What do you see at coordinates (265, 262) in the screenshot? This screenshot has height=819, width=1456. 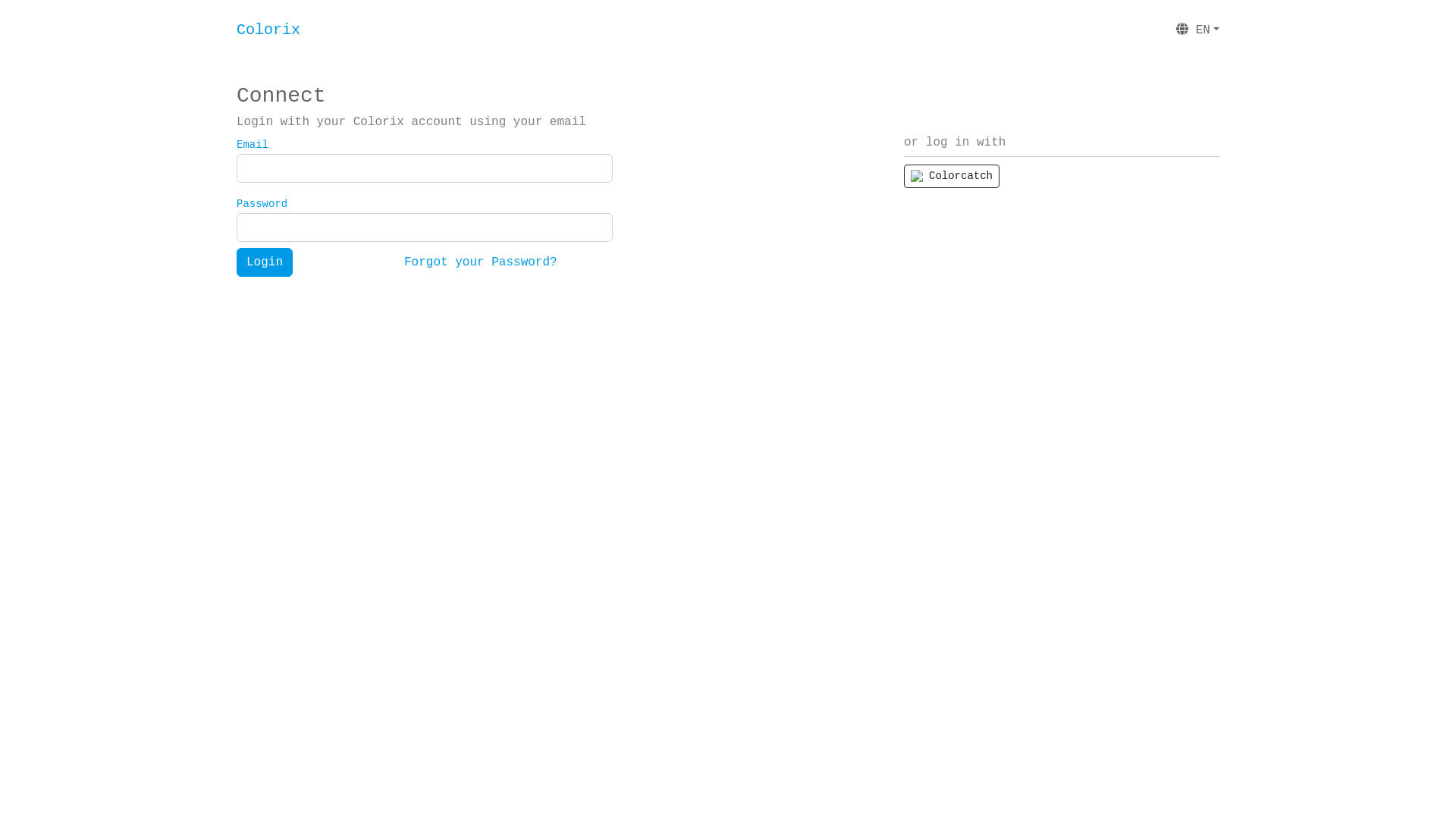 I see `'Login'` at bounding box center [265, 262].